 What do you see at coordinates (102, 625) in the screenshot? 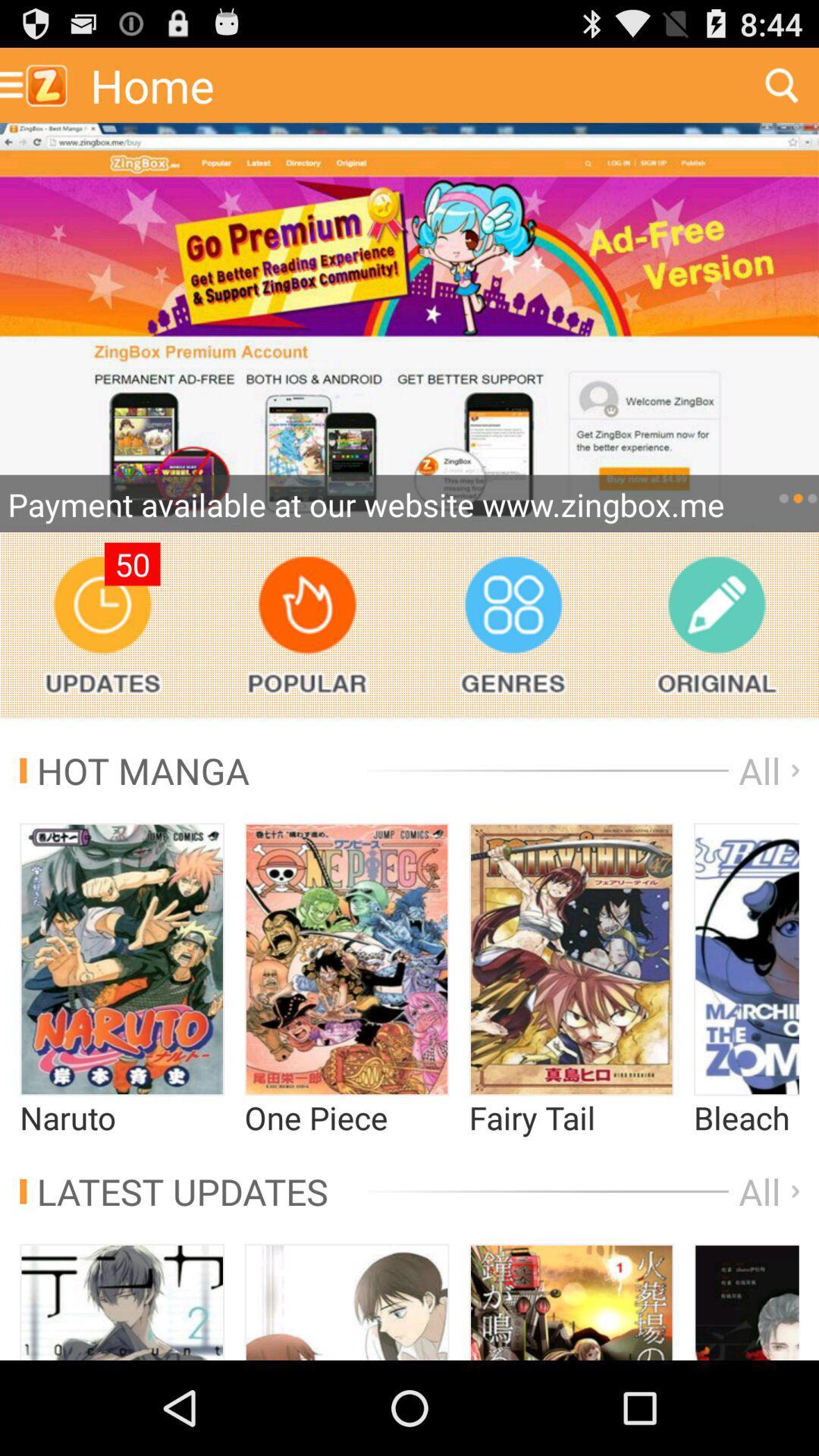
I see `update` at bounding box center [102, 625].